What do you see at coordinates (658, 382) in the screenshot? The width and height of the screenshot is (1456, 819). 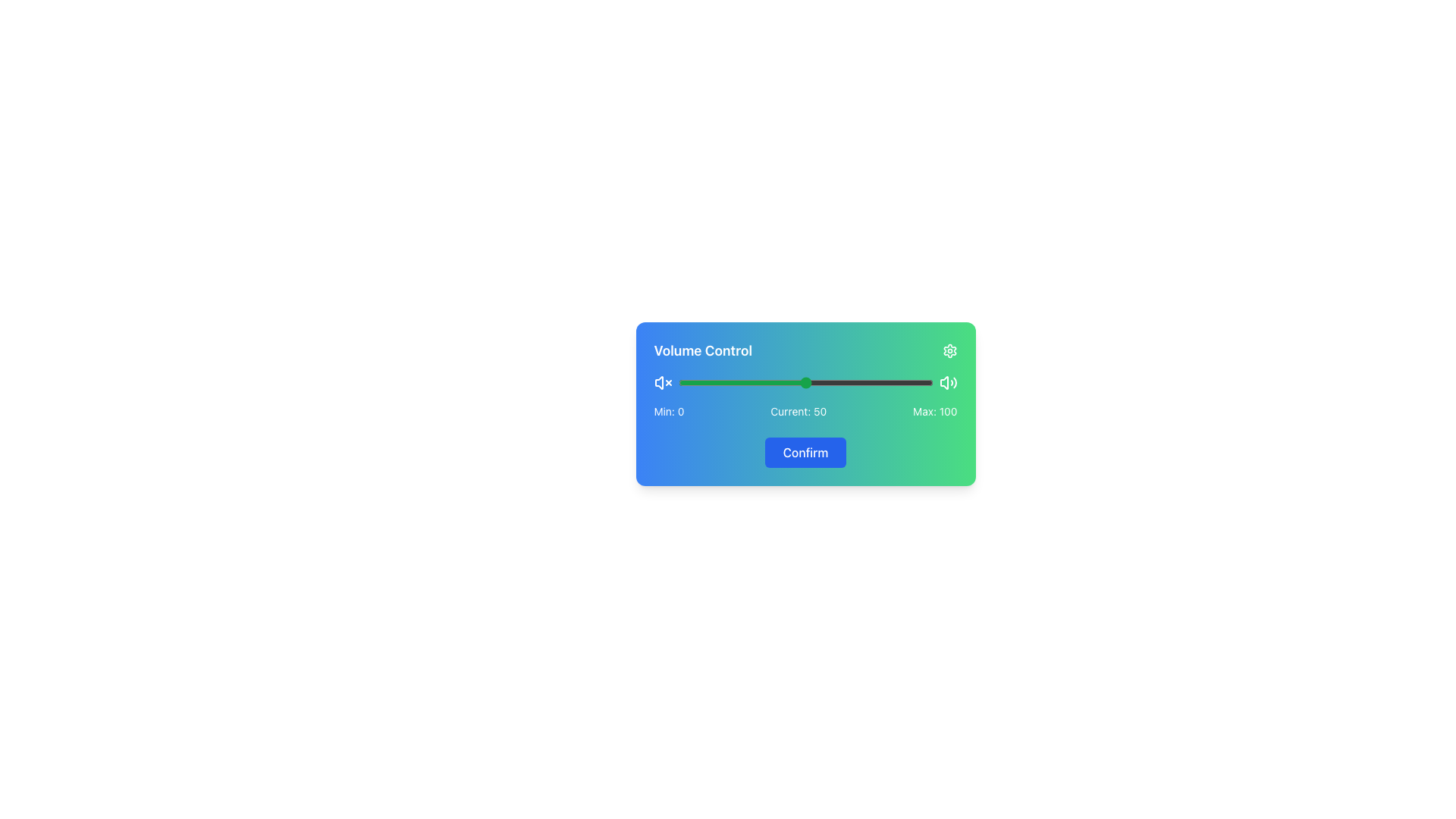 I see `the speaker icon with a cross mark located in the top-left corner of the volume control panel` at bounding box center [658, 382].